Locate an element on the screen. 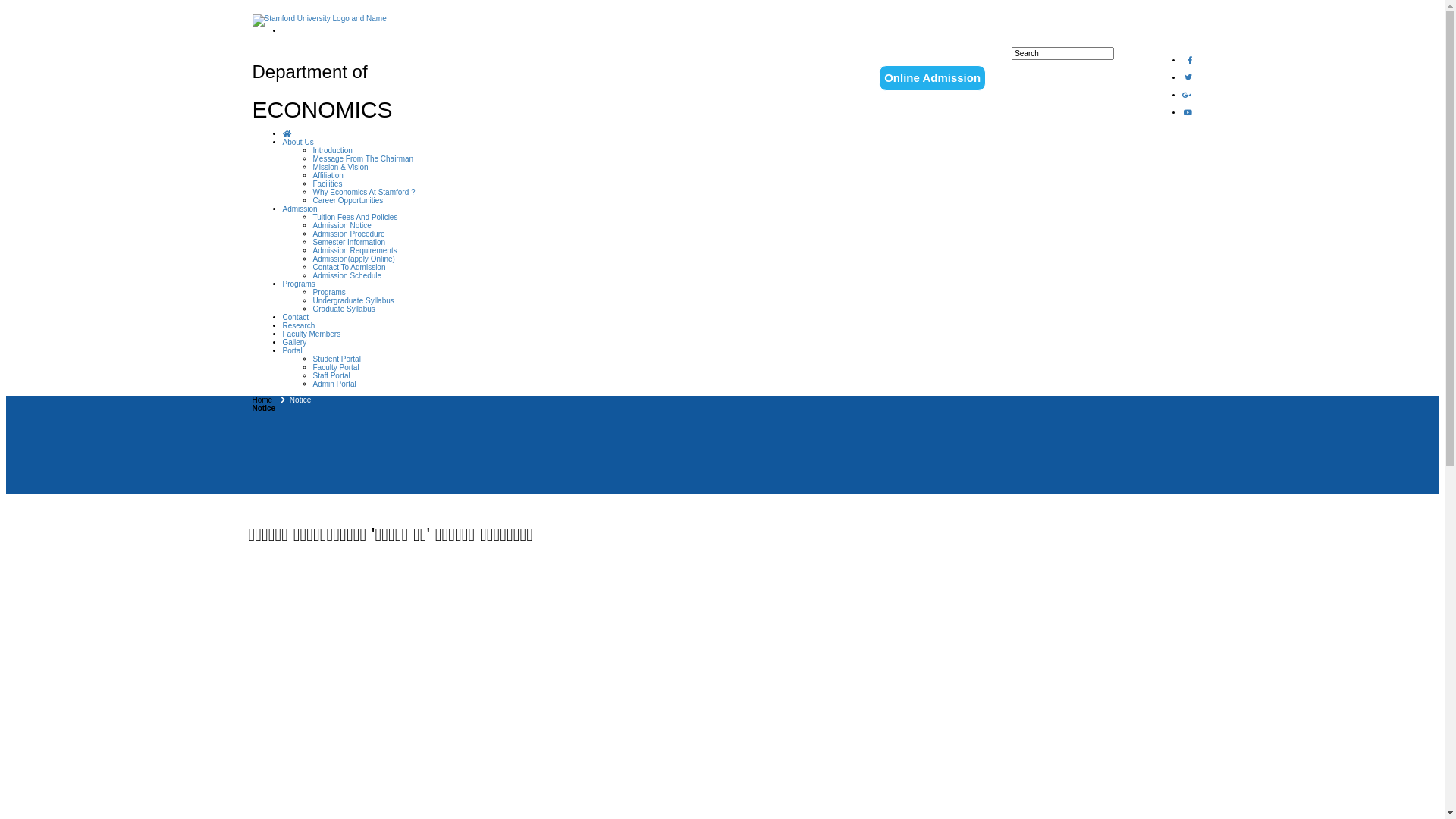 This screenshot has width=1456, height=819. 'About Us' is located at coordinates (282, 142).